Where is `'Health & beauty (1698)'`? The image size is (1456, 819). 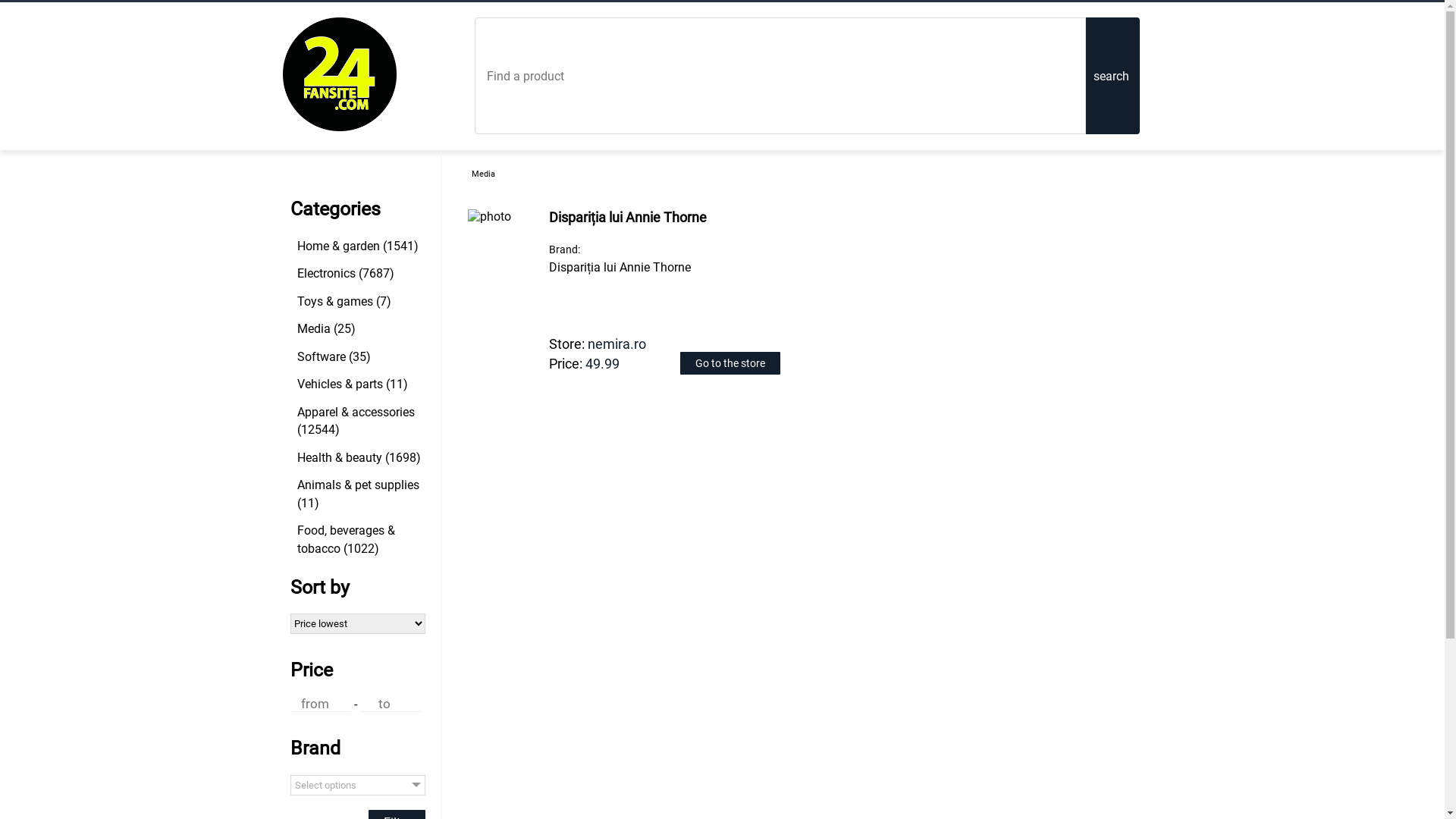
'Health & beauty (1698)' is located at coordinates (359, 457).